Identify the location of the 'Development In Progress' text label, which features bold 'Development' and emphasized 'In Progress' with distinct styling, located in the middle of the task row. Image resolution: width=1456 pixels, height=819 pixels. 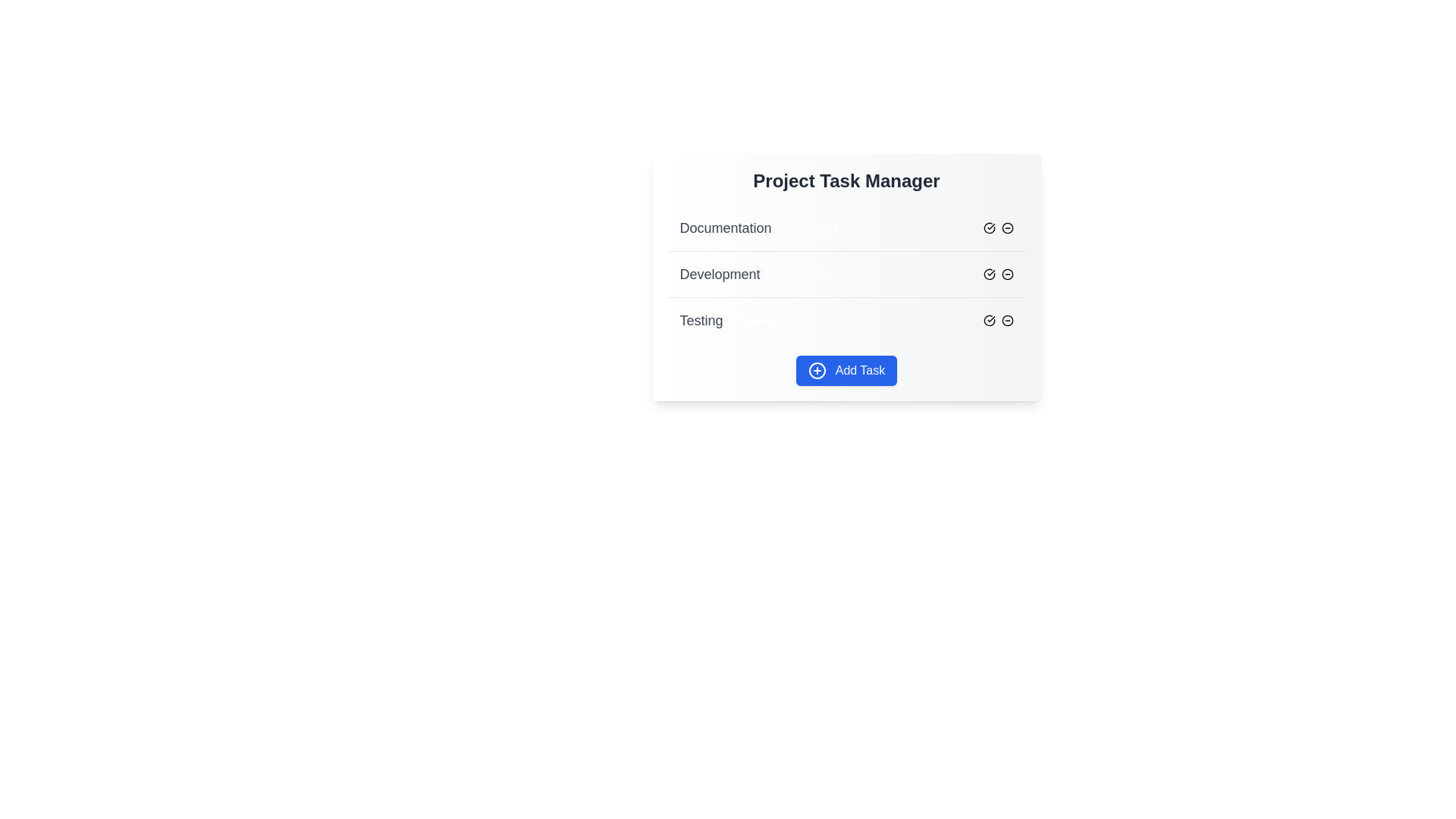
(758, 275).